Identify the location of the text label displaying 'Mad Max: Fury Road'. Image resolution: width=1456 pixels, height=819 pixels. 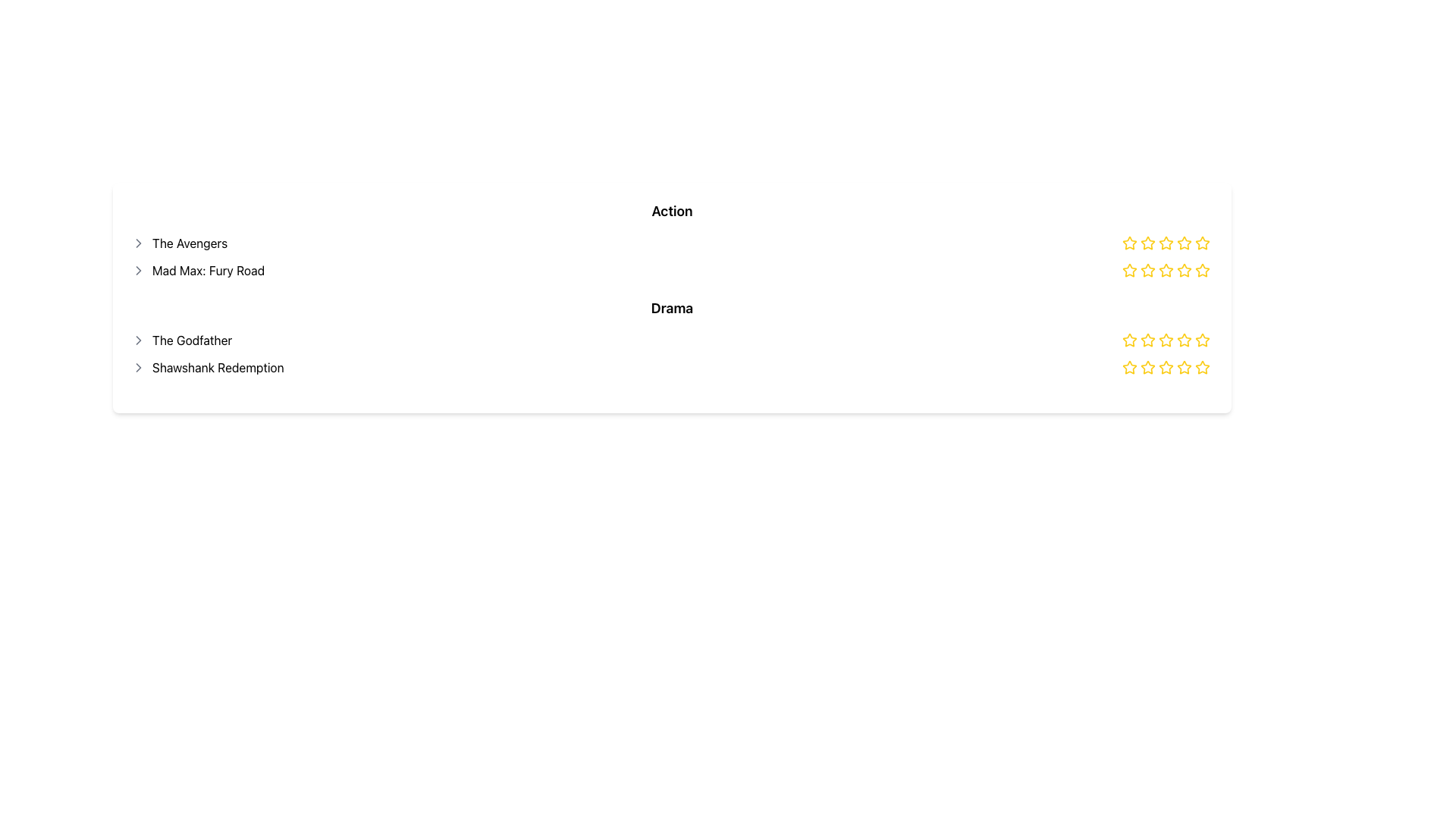
(197, 270).